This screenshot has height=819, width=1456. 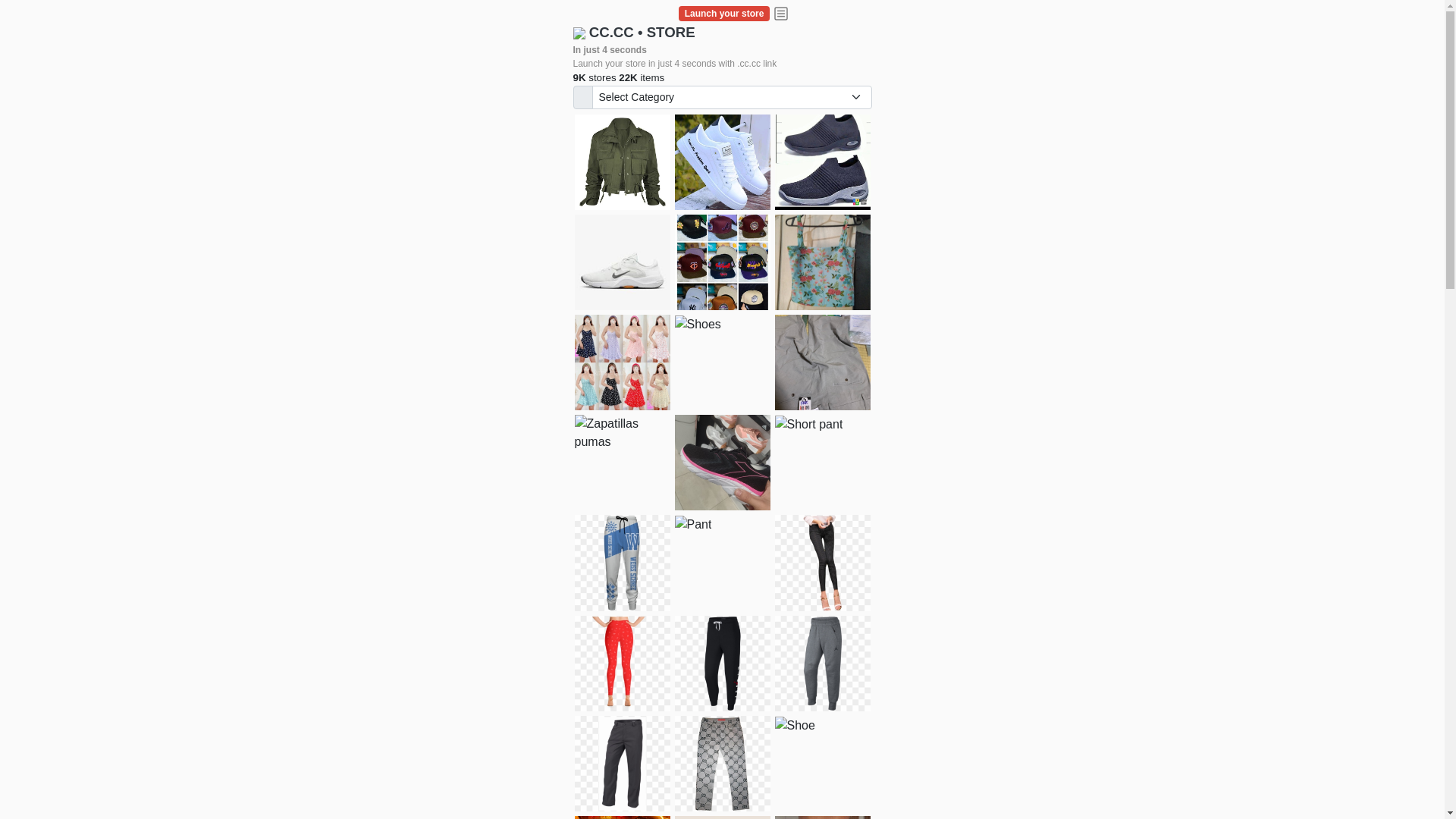 I want to click on 'Shoes', so click(x=697, y=324).